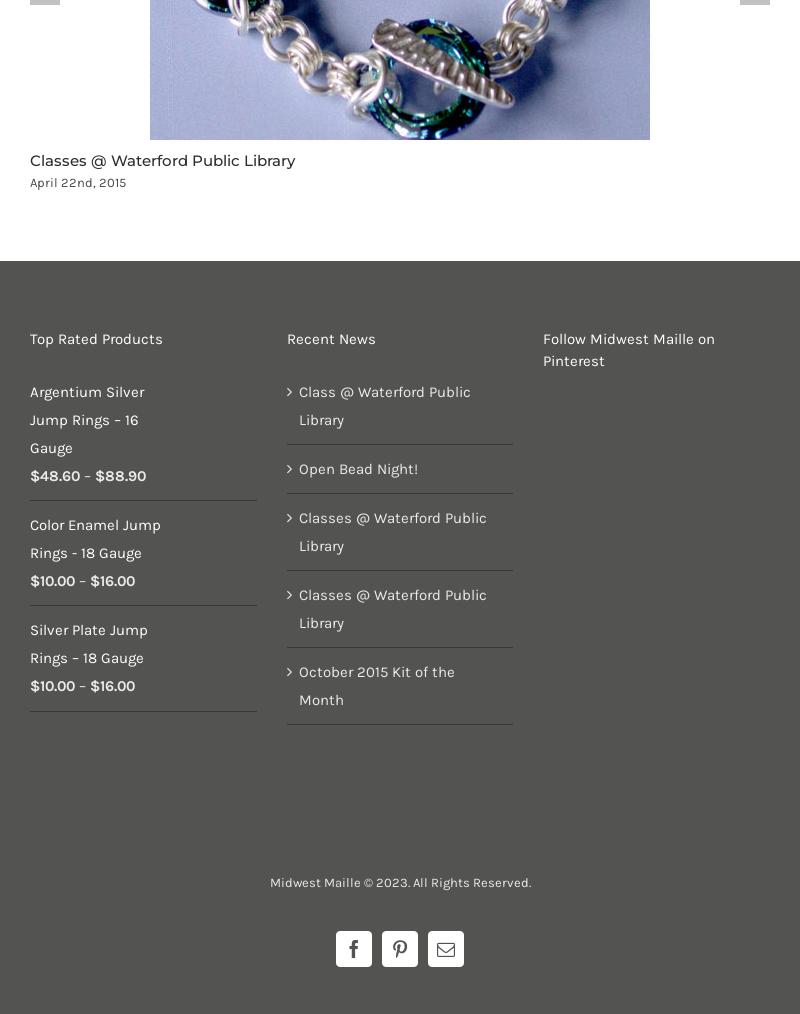 The width and height of the screenshot is (800, 1014). What do you see at coordinates (383, 405) in the screenshot?
I see `'Class @ Waterford Public Library'` at bounding box center [383, 405].